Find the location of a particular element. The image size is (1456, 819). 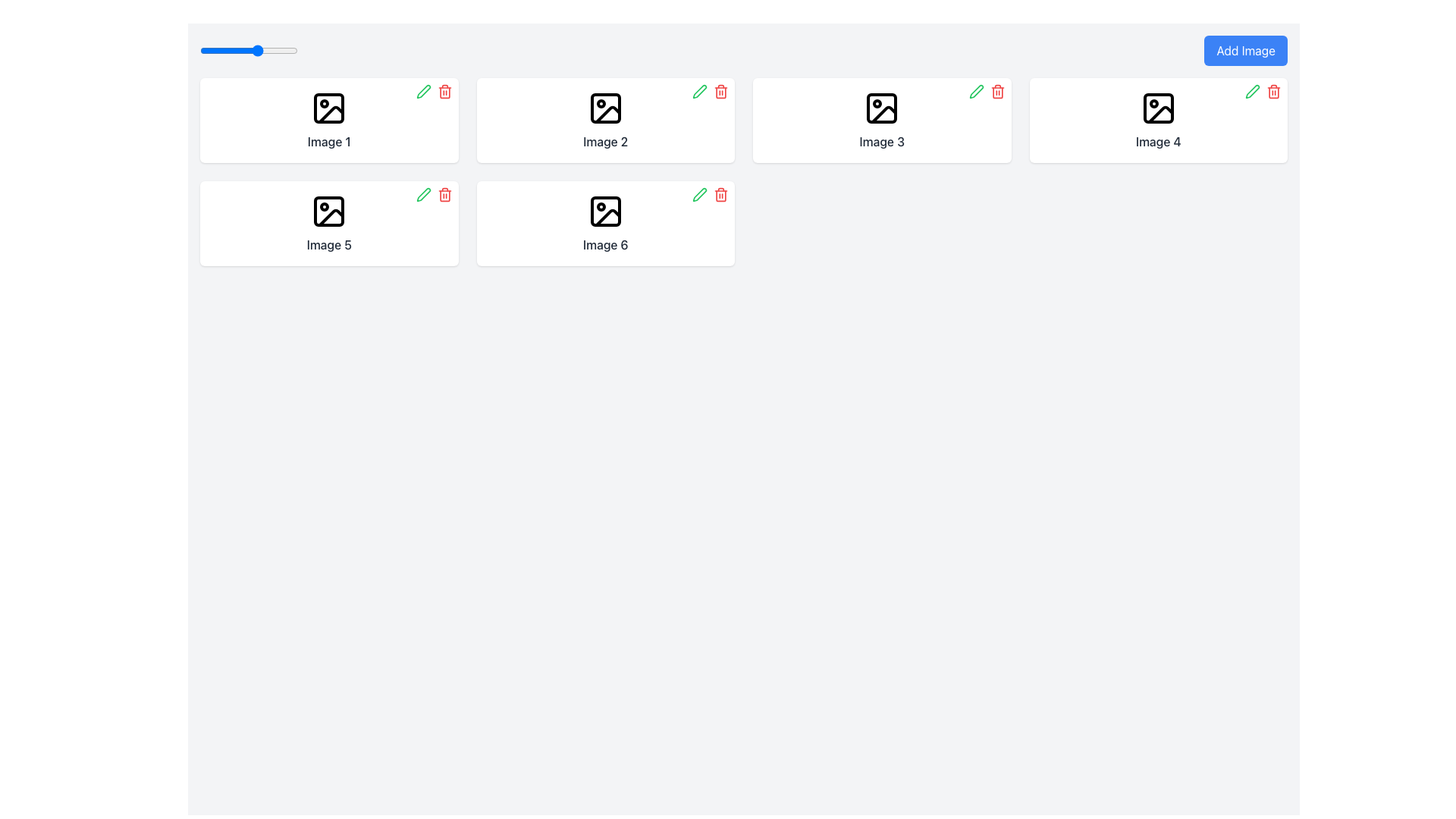

the largest rectangular component of the SVG image icon labeled 'Image 3', located in the upper center of the grid card is located at coordinates (882, 107).